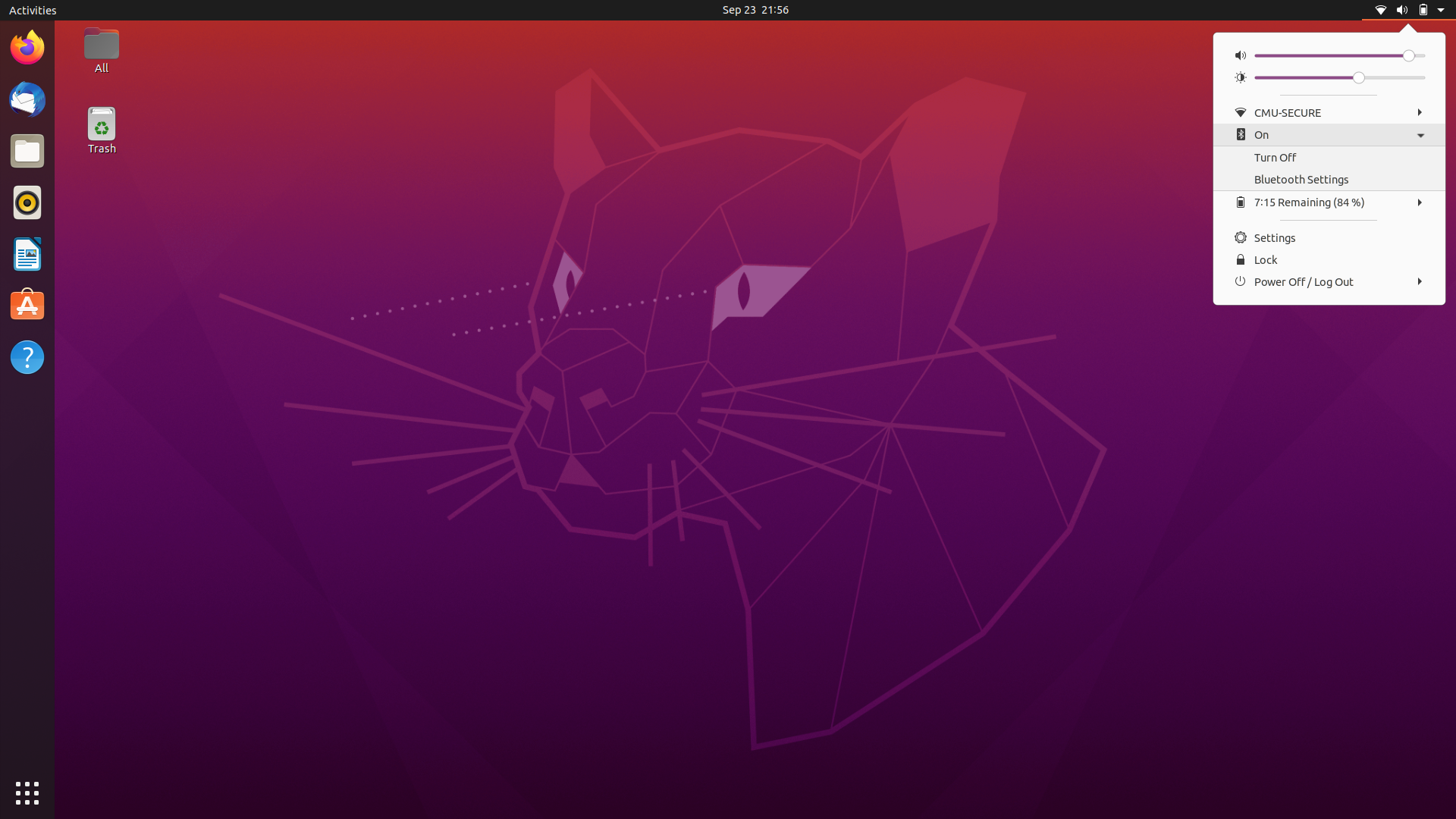  What do you see at coordinates (27, 306) in the screenshot?
I see `program Text Editor` at bounding box center [27, 306].